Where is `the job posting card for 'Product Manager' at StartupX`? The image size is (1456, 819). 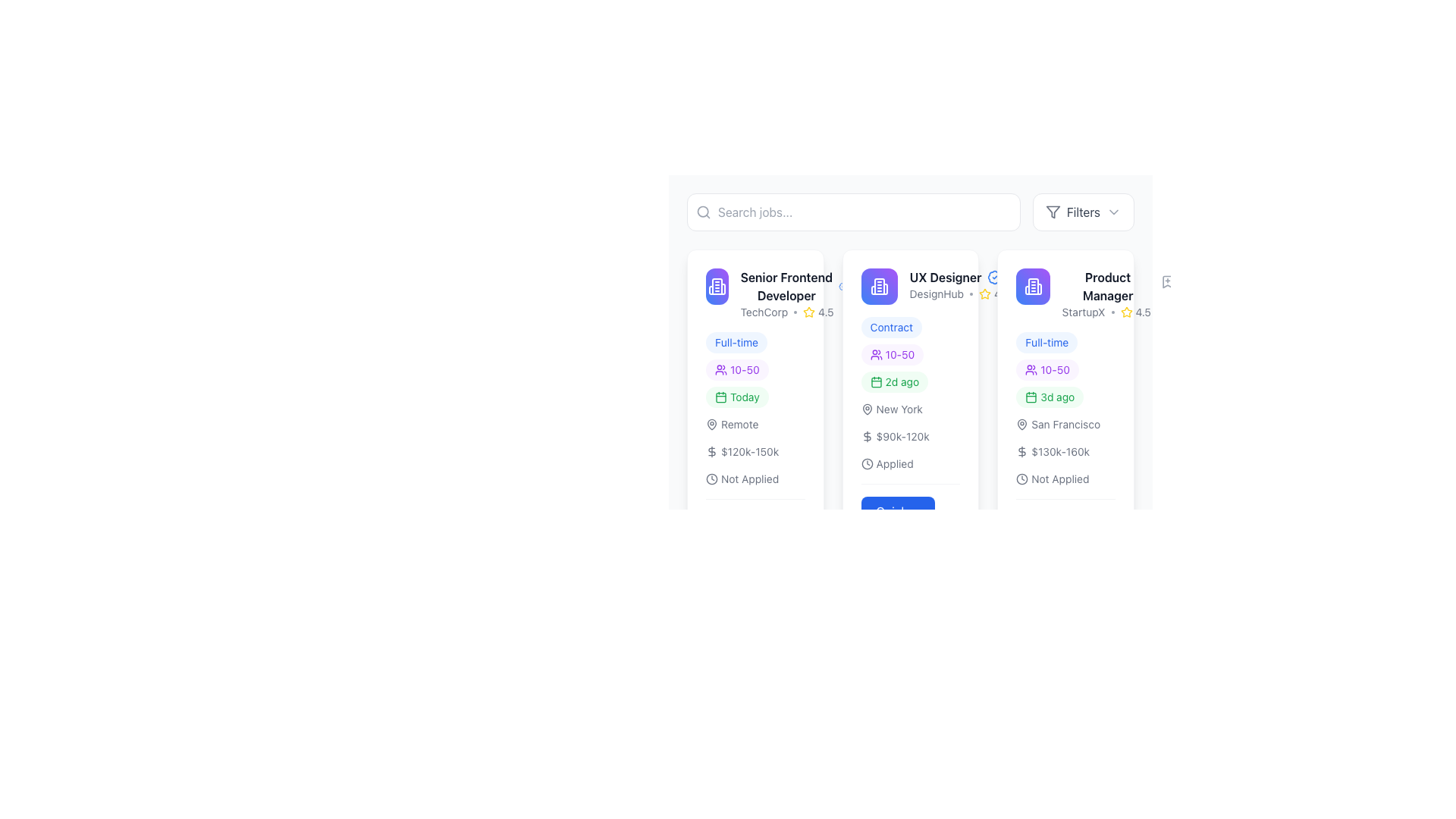
the job posting card for 'Product Manager' at StartupX is located at coordinates (1065, 414).